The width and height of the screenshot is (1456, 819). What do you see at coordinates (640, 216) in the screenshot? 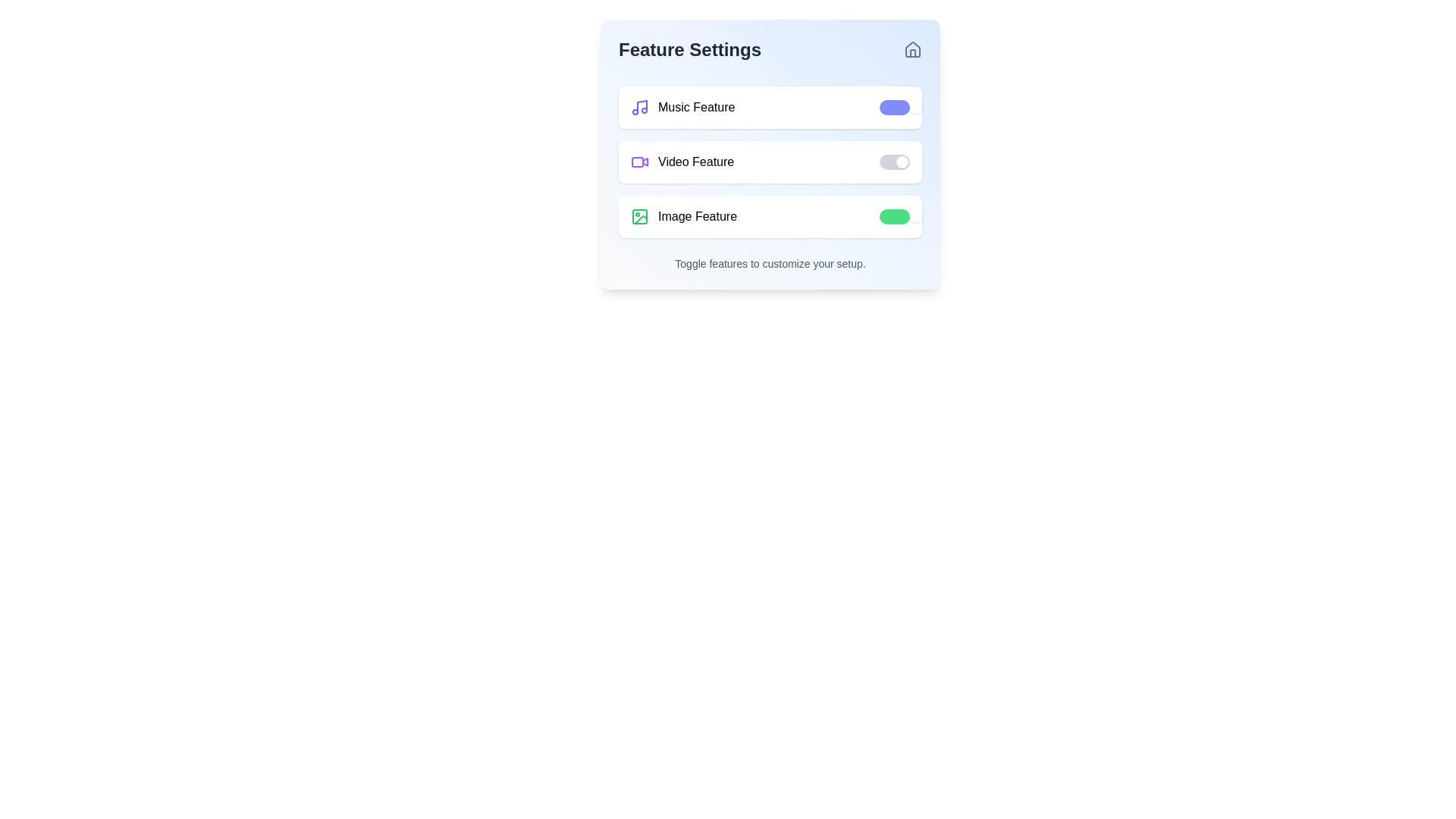
I see `background rectangle element within the SVG icon located in the third row of the settings menu, to the left of the 'Image Feature' text label, for its dimensions or styling` at bounding box center [640, 216].